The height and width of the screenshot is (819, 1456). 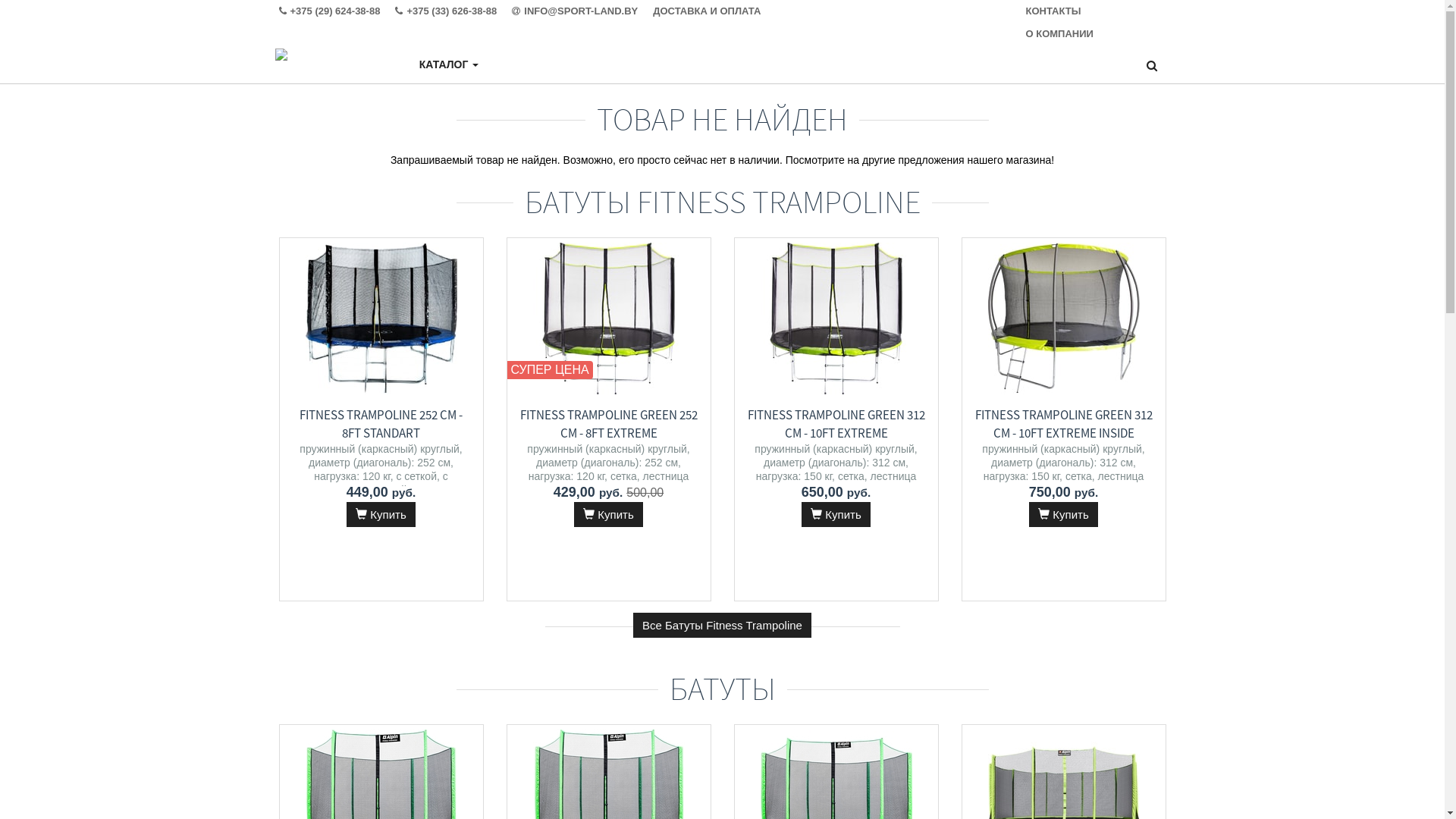 I want to click on '+375 (33) 626-38-88', so click(x=395, y=11).